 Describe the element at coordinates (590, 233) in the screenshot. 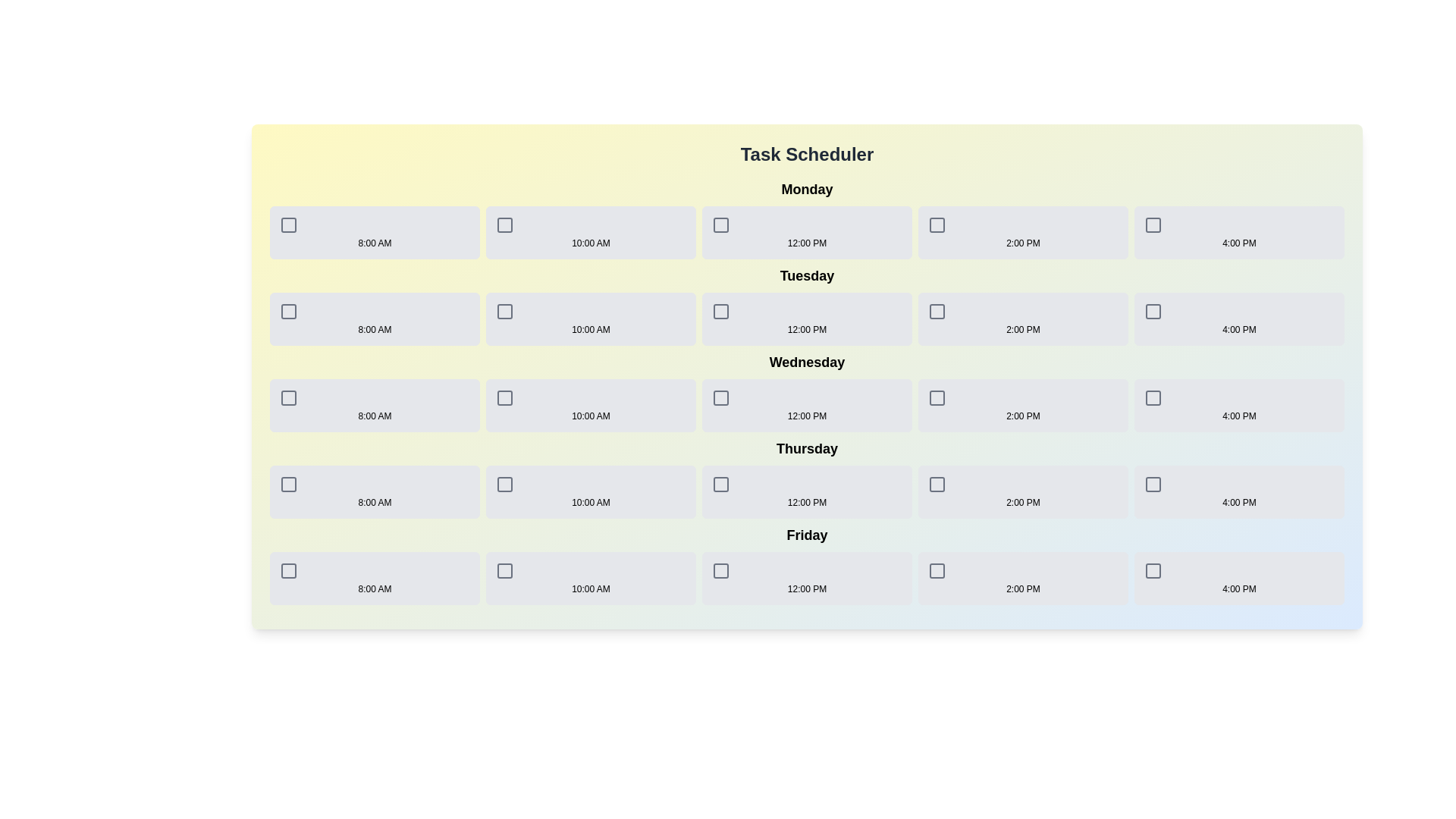

I see `the timeslot for Monday at 10:00 AM` at that location.